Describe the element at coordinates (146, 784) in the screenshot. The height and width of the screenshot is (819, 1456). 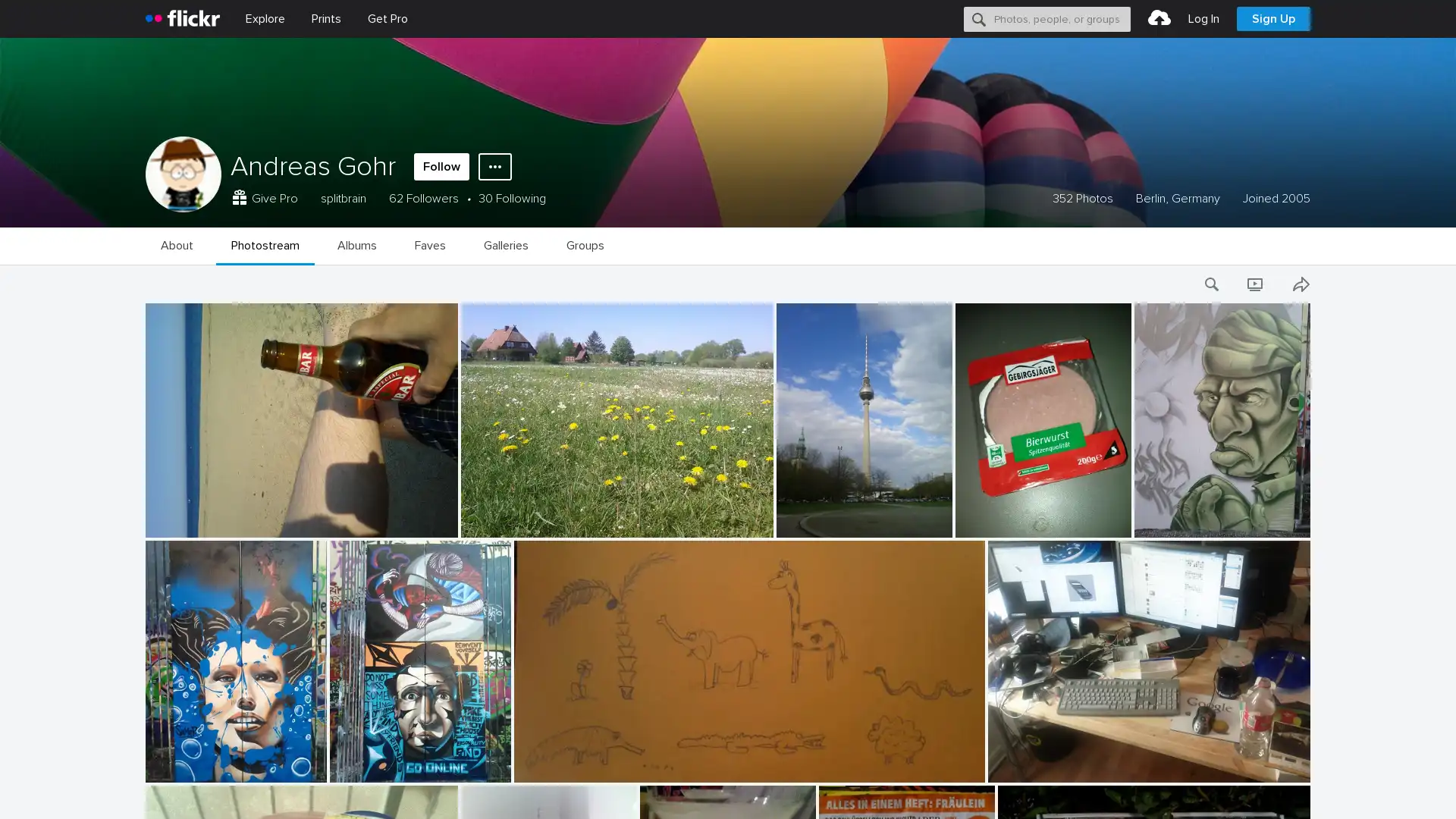
I see `Add to Favorites` at that location.